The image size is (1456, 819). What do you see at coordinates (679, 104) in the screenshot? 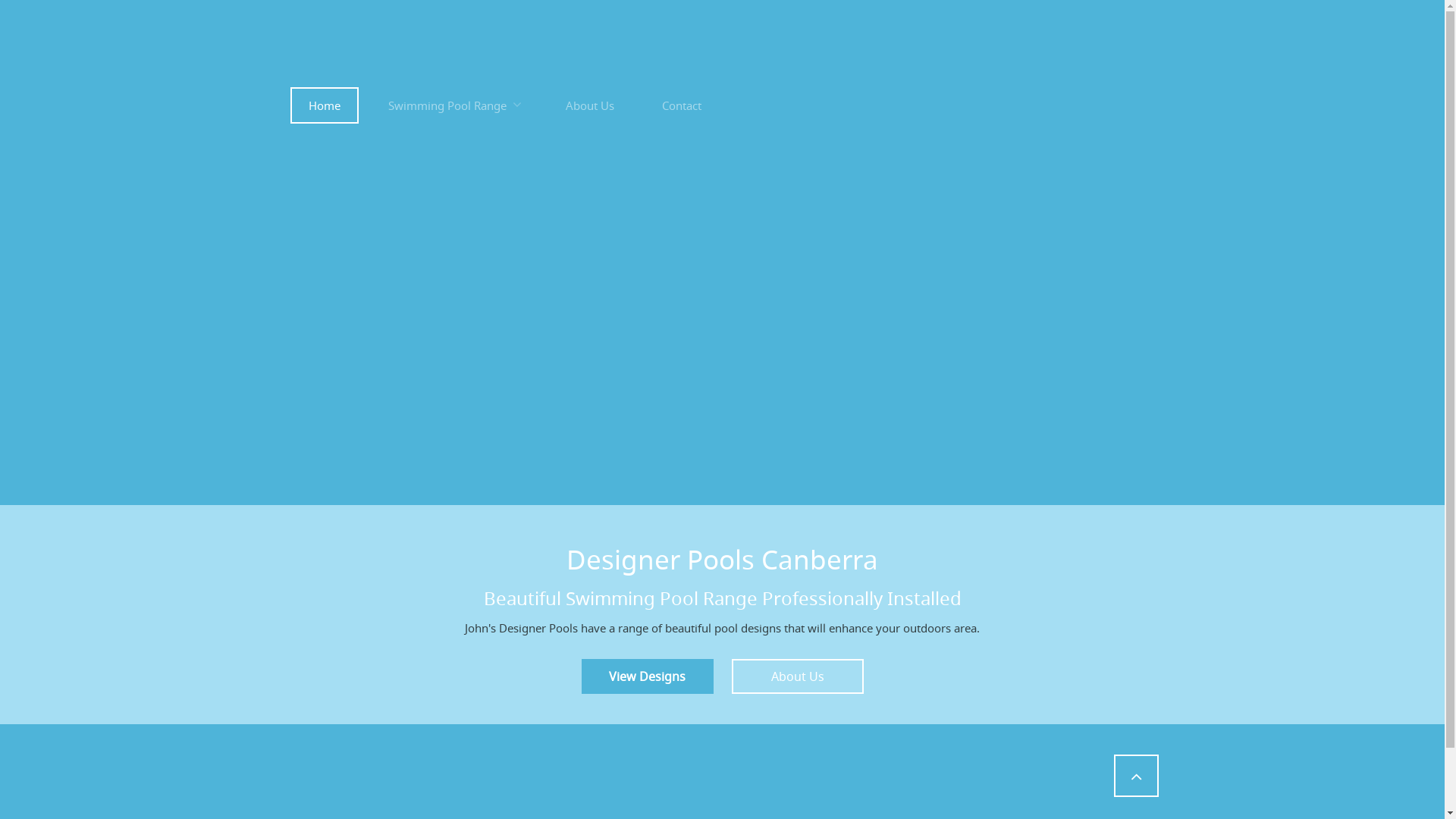
I see `'Contact'` at bounding box center [679, 104].